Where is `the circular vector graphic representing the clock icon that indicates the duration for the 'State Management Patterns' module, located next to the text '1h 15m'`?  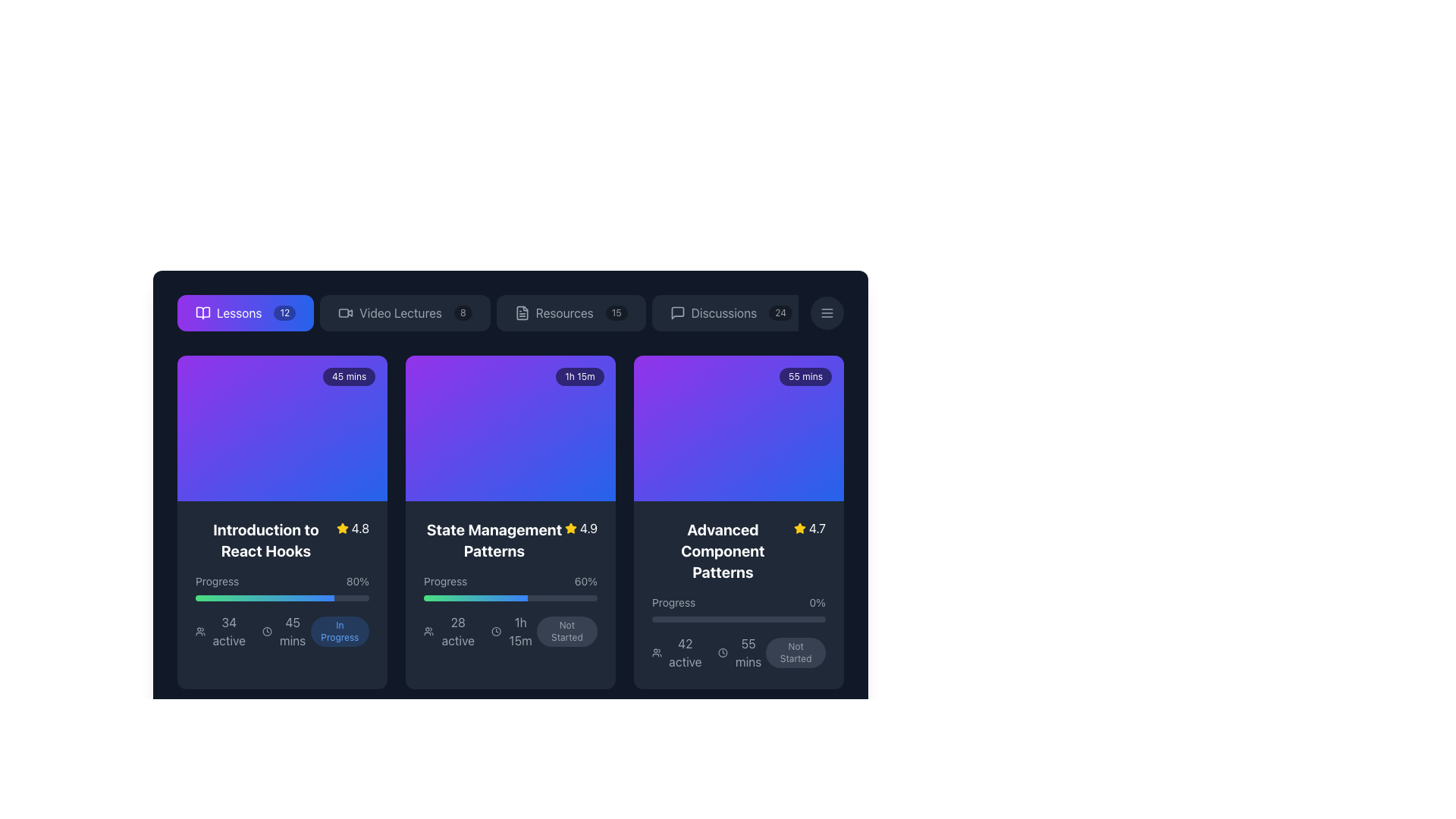 the circular vector graphic representing the clock icon that indicates the duration for the 'State Management Patterns' module, located next to the text '1h 15m' is located at coordinates (496, 632).